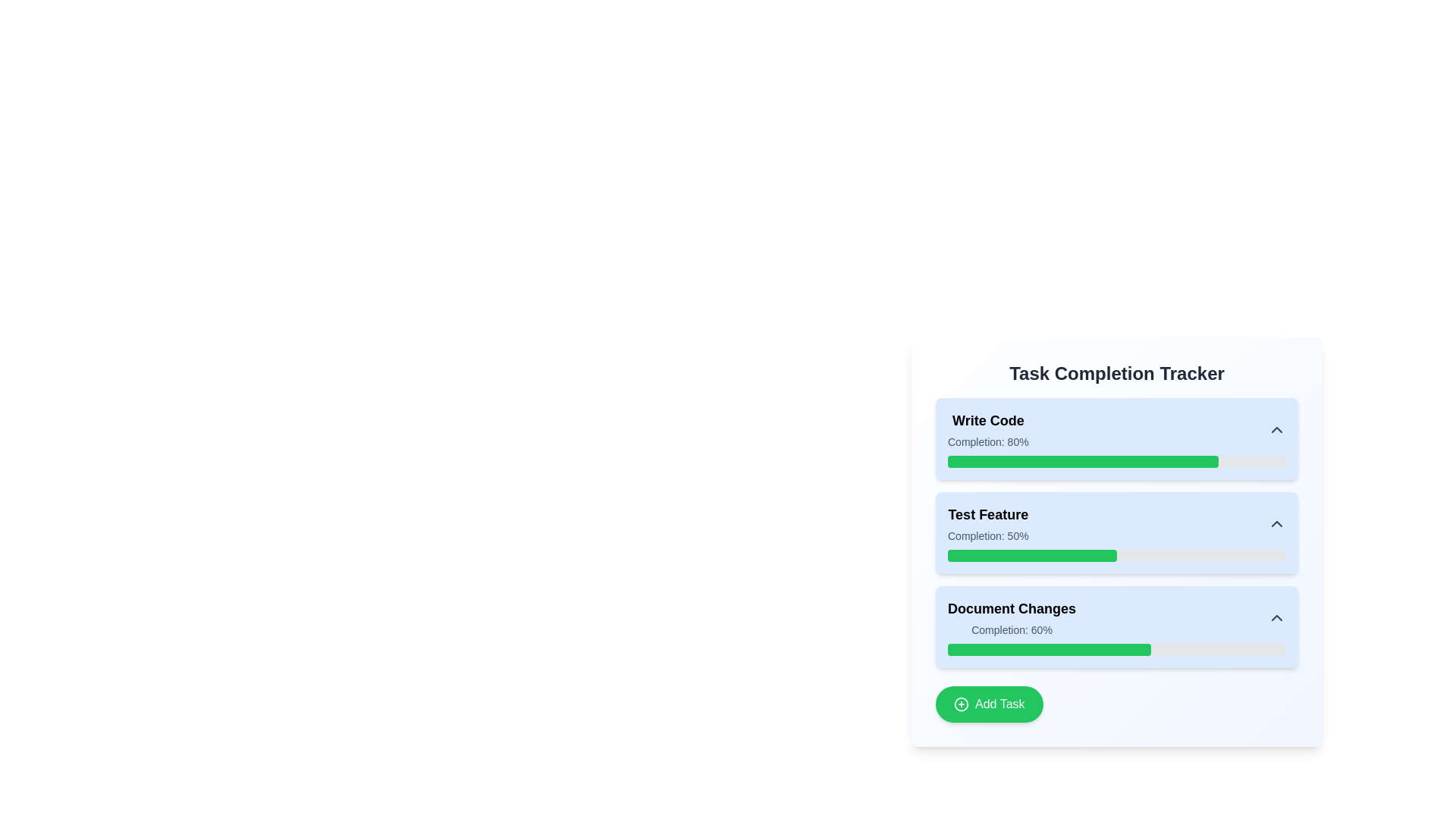 The width and height of the screenshot is (1456, 819). Describe the element at coordinates (1276, 522) in the screenshot. I see `the toggle button/icon located on the right side of the 'Test Feature' section to activate its hover effect` at that location.